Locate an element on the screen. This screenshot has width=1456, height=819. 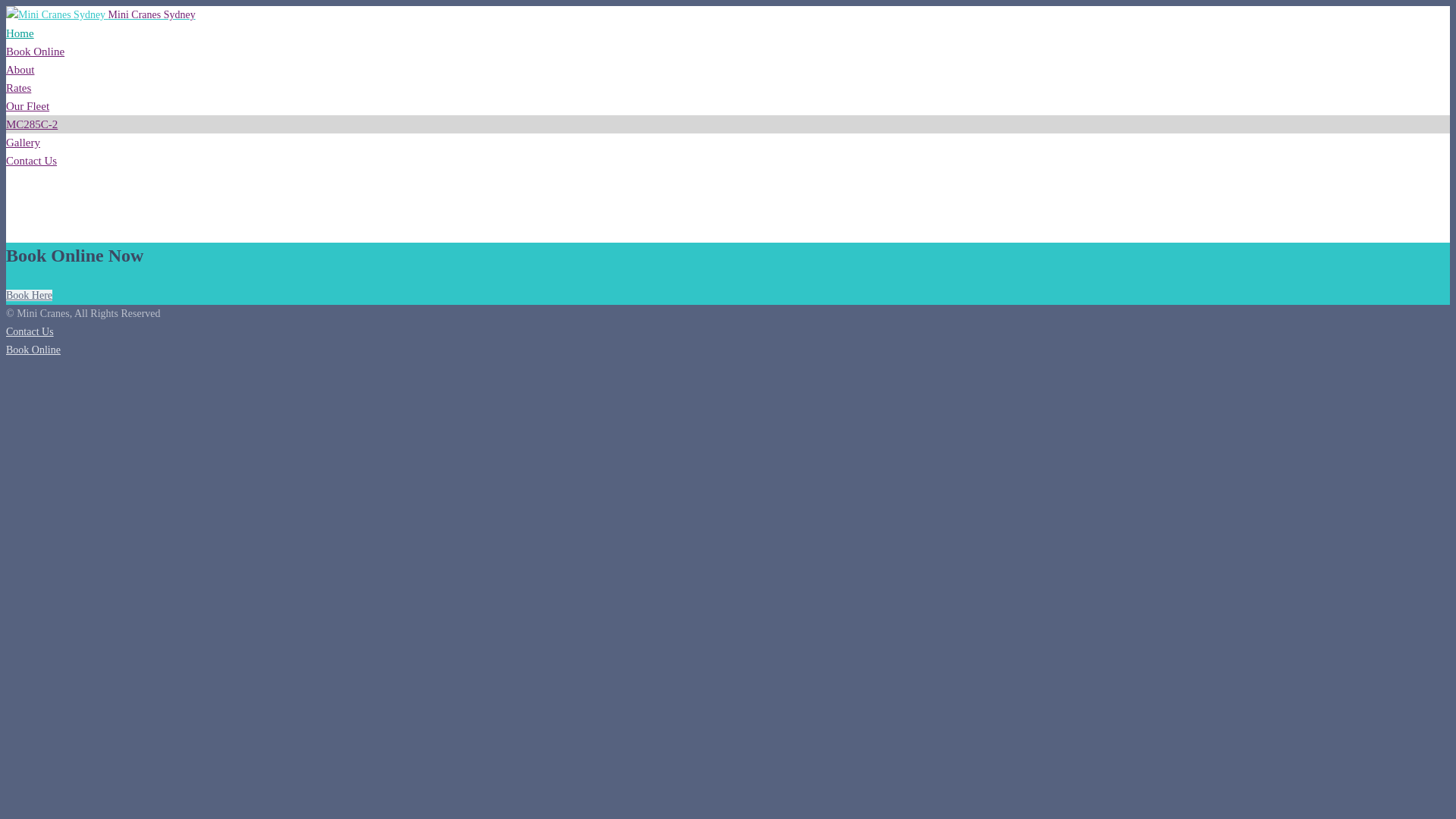
'Rates' is located at coordinates (6, 87).